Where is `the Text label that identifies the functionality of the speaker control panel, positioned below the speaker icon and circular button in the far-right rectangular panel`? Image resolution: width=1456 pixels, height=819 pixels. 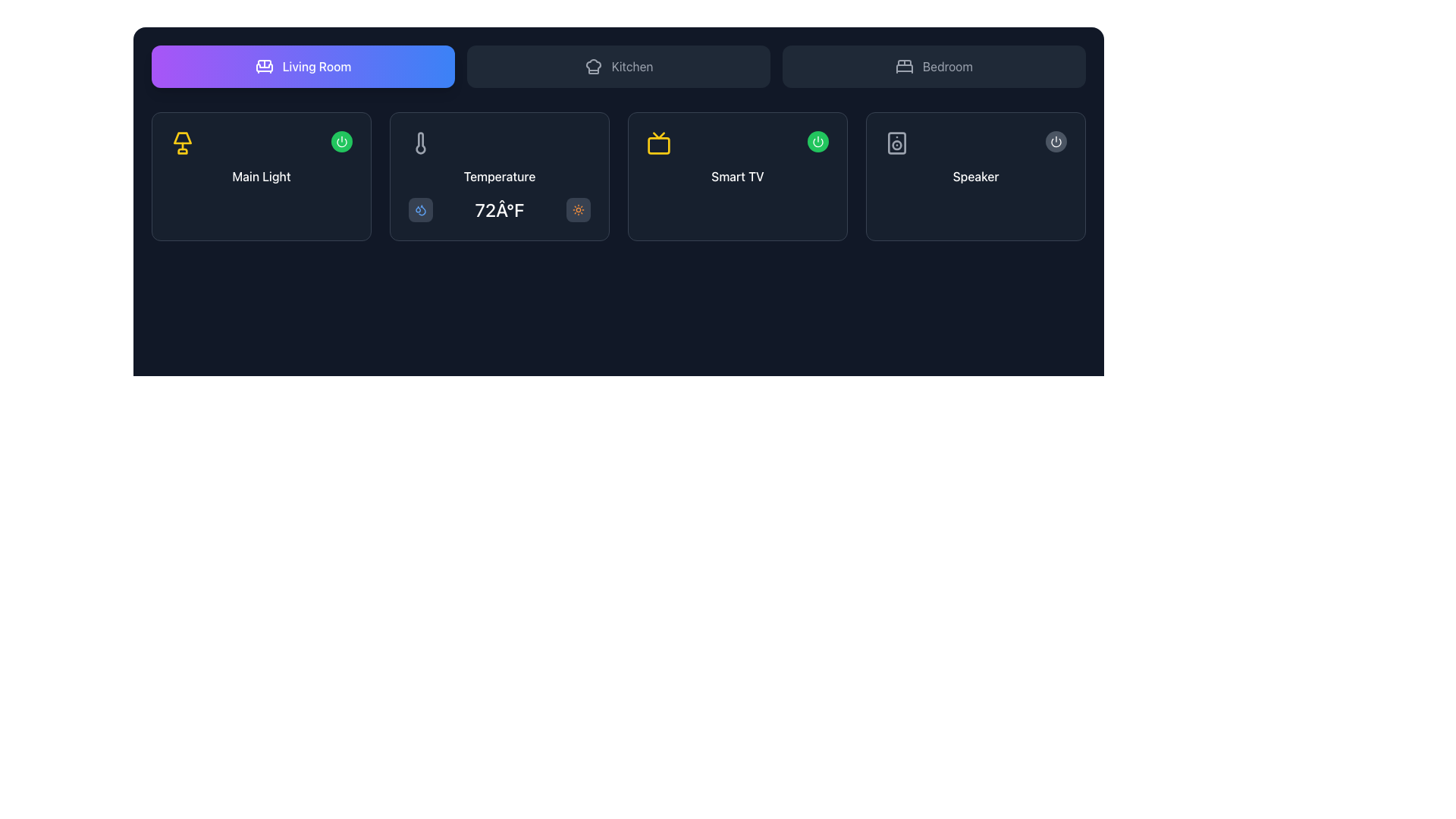 the Text label that identifies the functionality of the speaker control panel, positioned below the speaker icon and circular button in the far-right rectangular panel is located at coordinates (975, 175).